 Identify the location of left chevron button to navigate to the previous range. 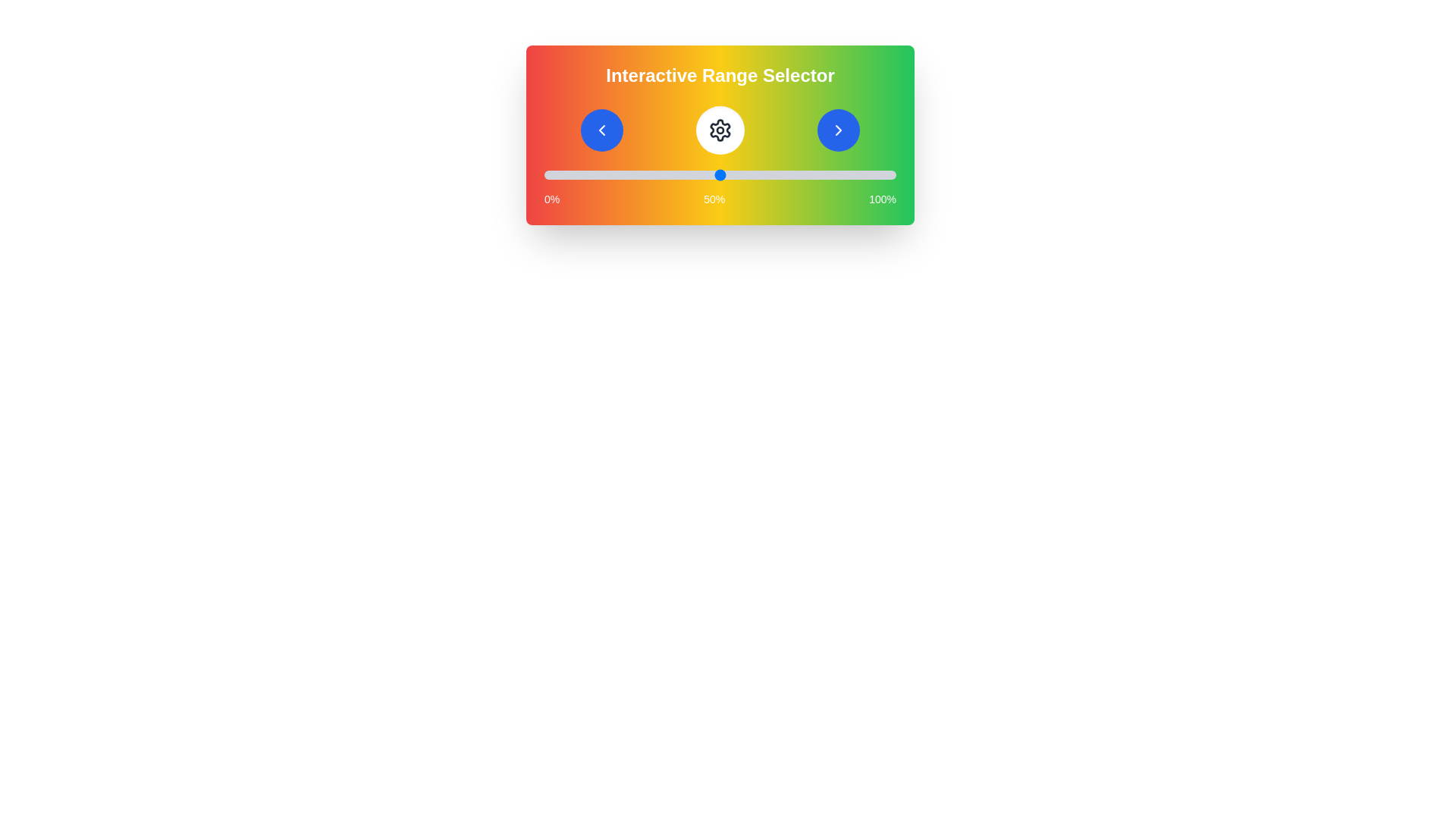
(601, 130).